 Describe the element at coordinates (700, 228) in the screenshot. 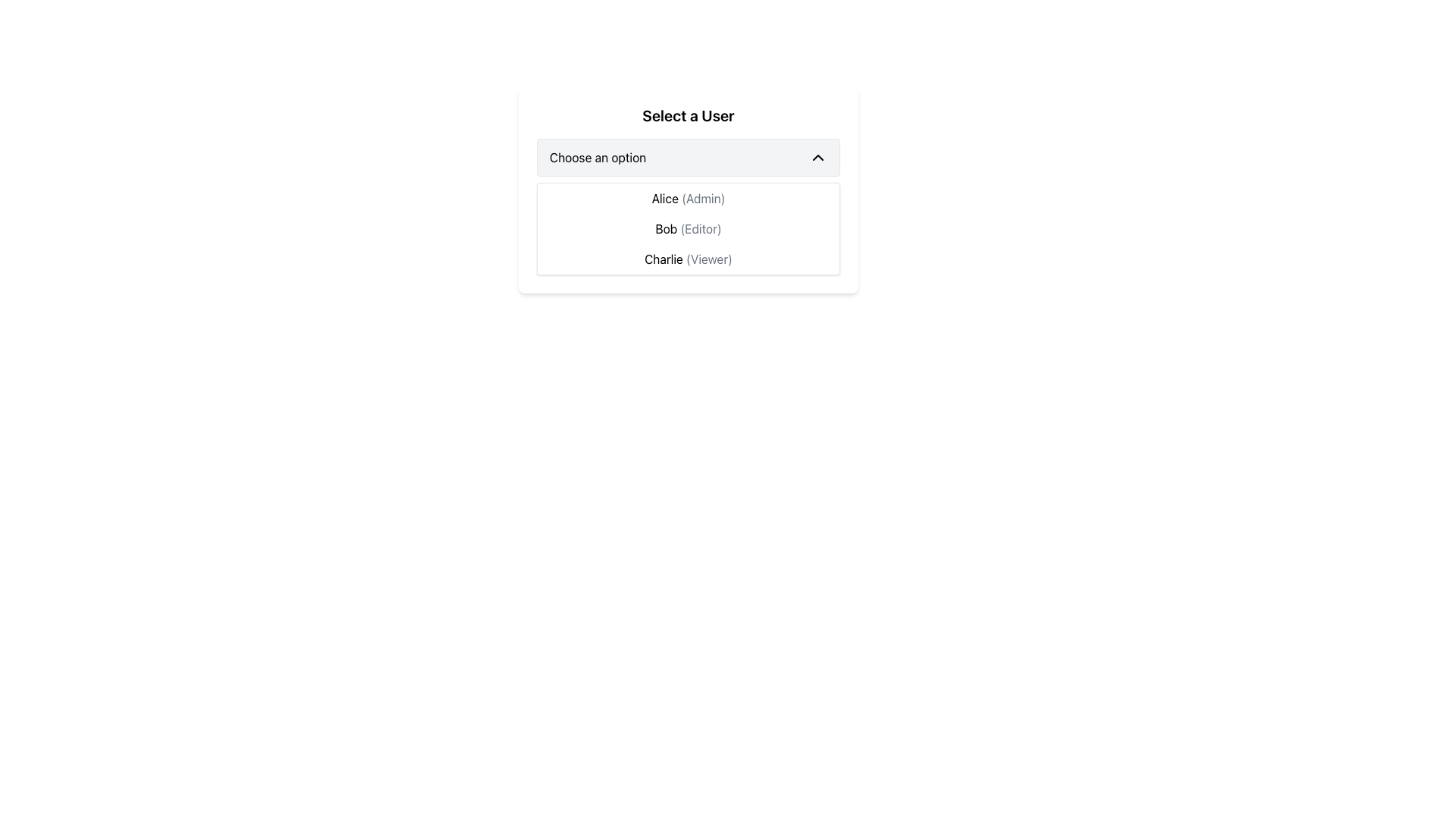

I see `the non-interactive text label that indicates 'Bob' as 'Editor', located in the vertical list under 'Select a User'` at that location.